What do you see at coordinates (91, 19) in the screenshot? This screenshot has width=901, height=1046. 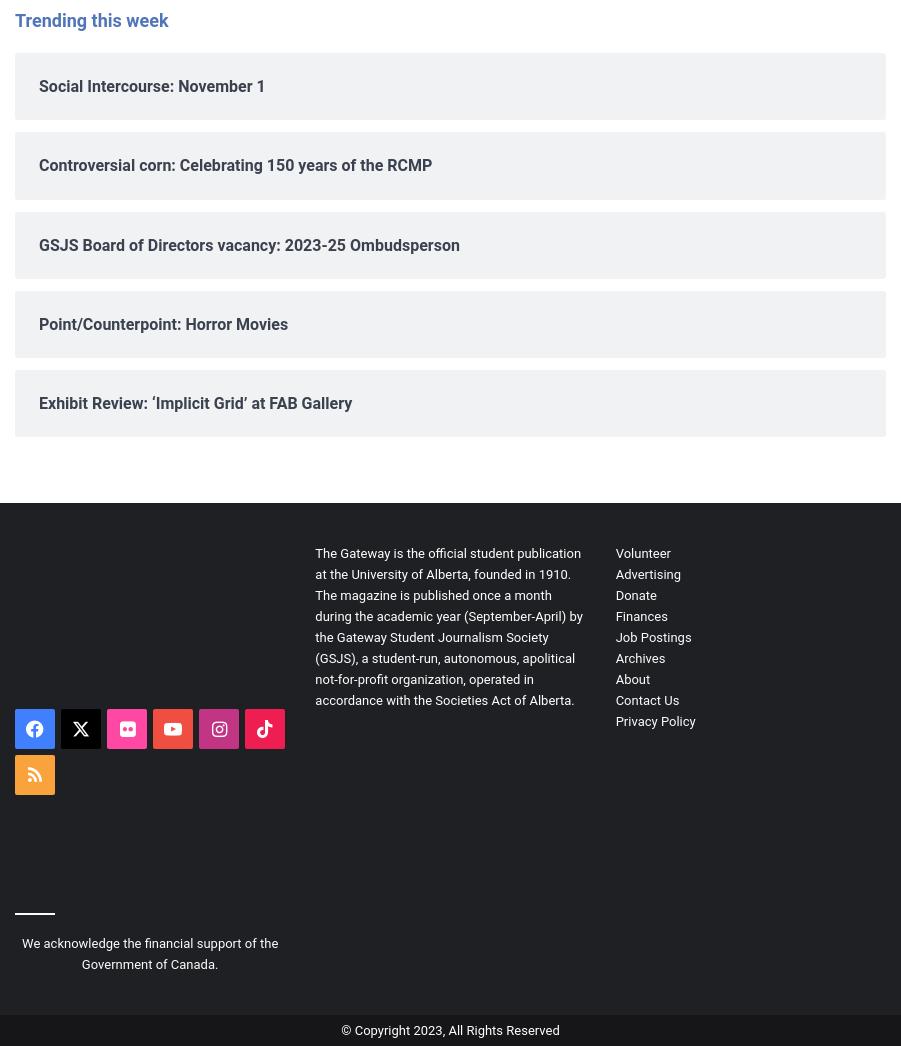 I see `'Trending this week'` at bounding box center [91, 19].